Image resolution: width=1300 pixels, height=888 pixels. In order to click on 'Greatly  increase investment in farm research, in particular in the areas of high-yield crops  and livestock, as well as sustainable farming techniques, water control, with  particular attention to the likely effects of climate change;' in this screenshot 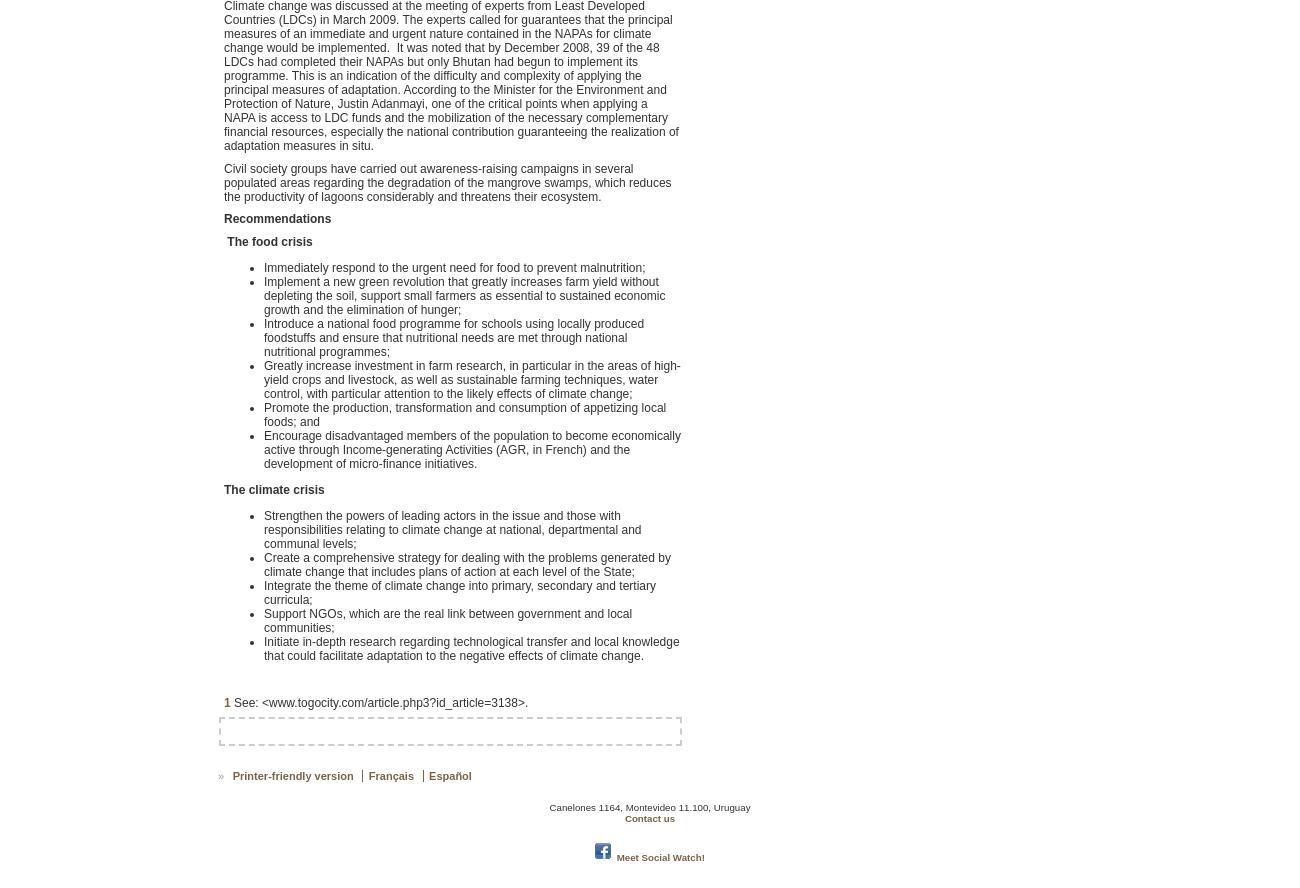, I will do `click(470, 378)`.